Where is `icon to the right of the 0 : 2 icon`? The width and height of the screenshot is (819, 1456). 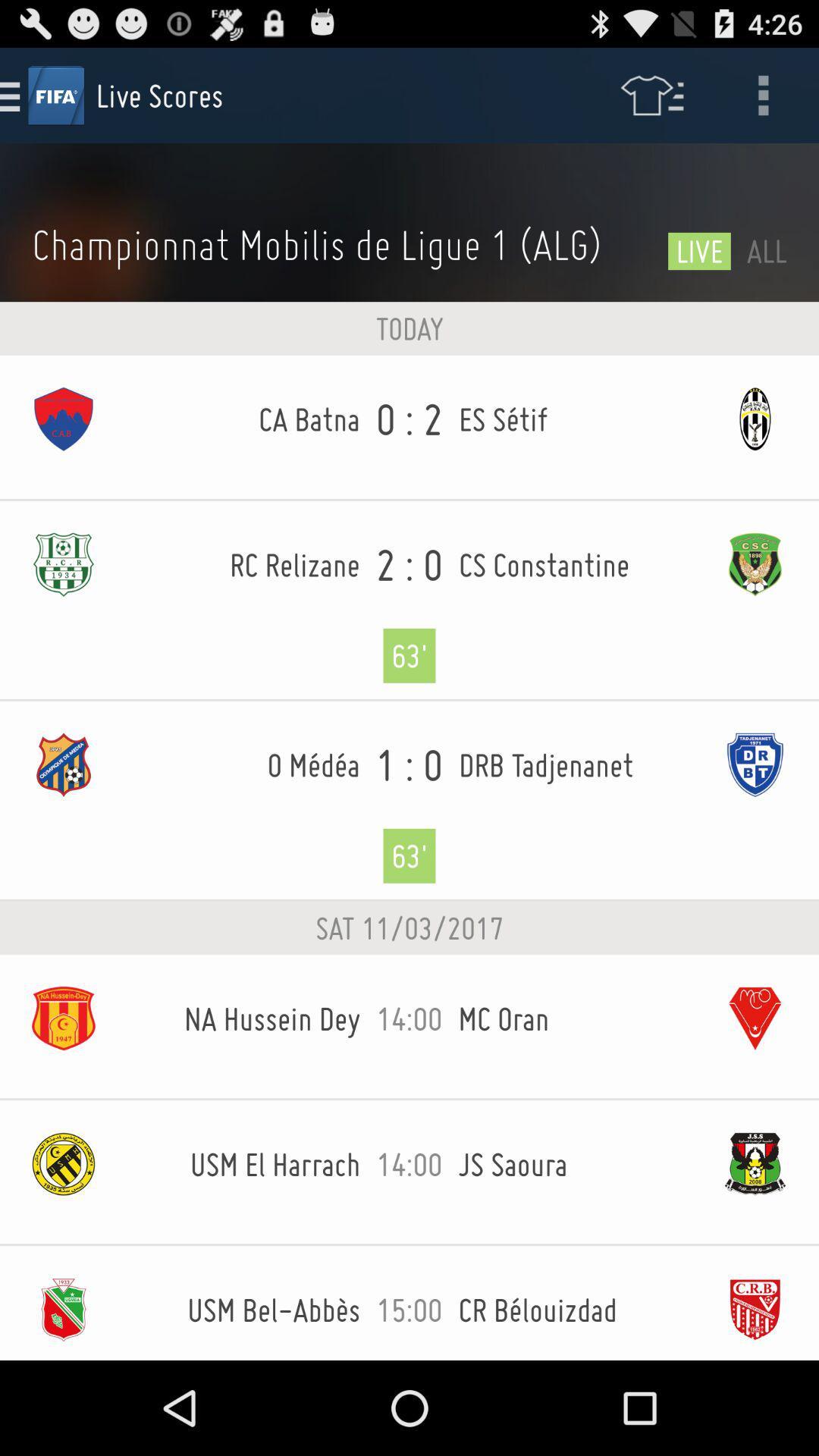 icon to the right of the 0 : 2 icon is located at coordinates (575, 419).